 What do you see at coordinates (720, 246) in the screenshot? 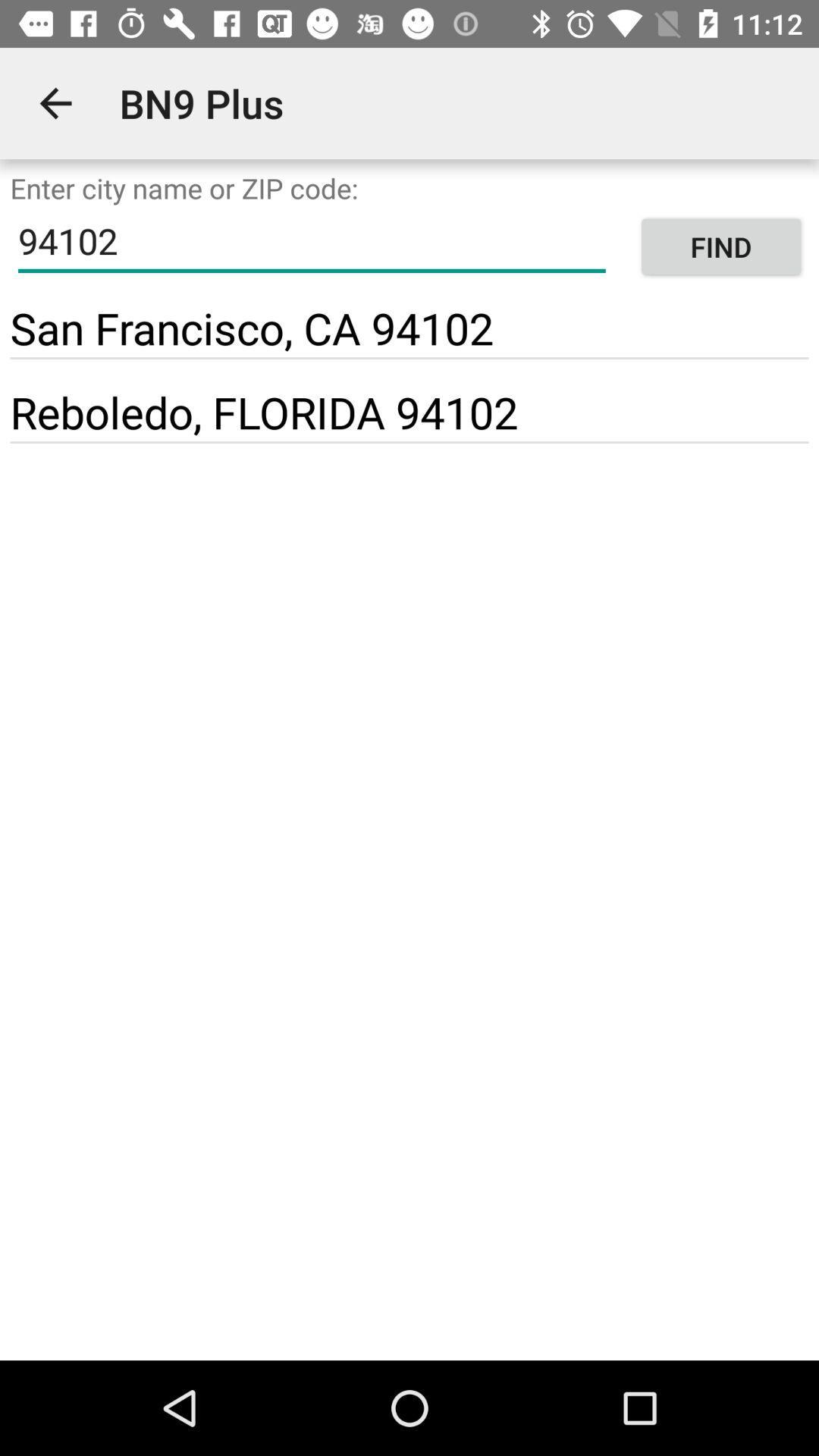
I see `item next to 94102` at bounding box center [720, 246].